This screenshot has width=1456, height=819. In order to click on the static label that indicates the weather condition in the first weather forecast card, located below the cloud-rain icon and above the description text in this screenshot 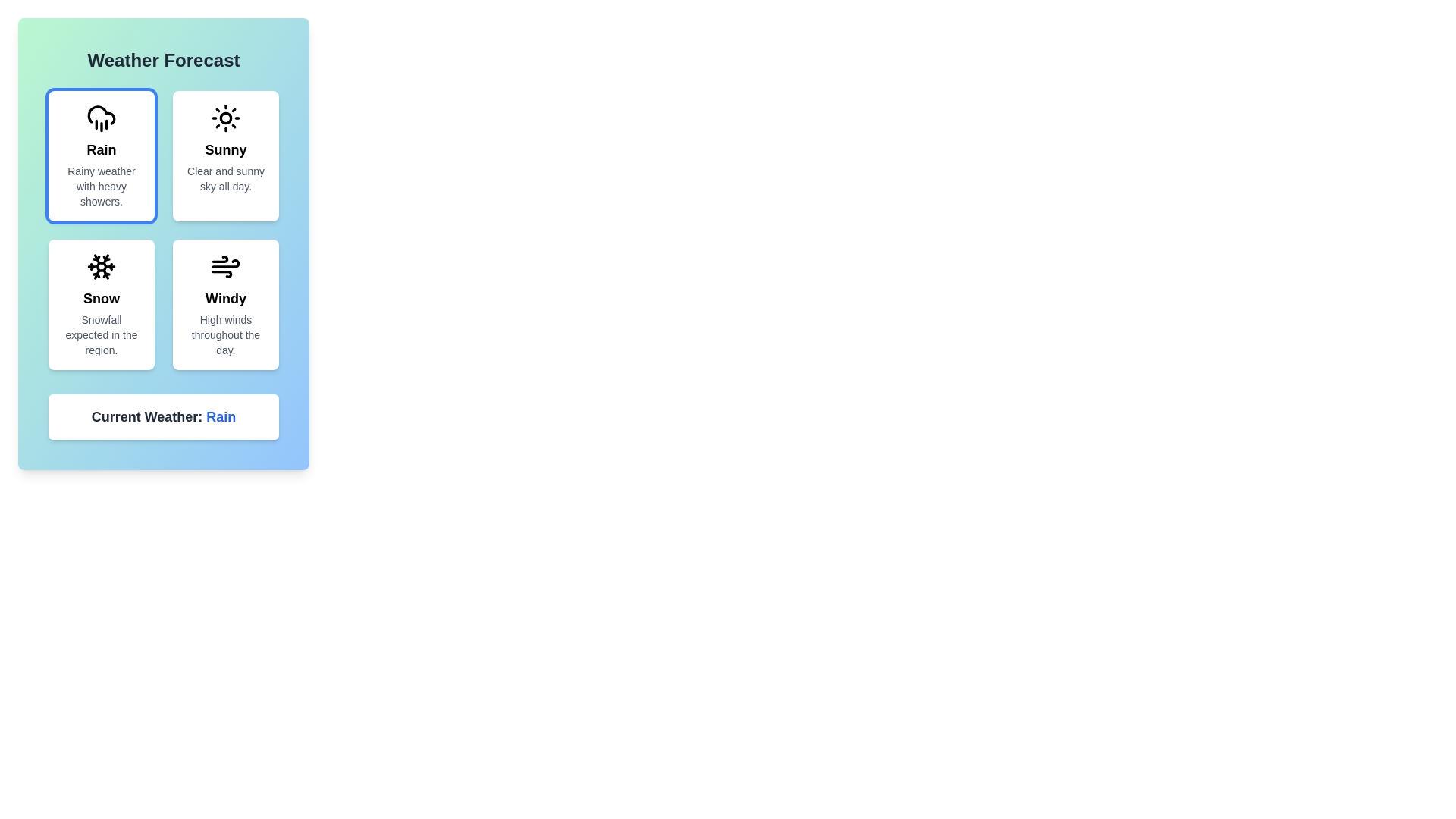, I will do `click(101, 149)`.